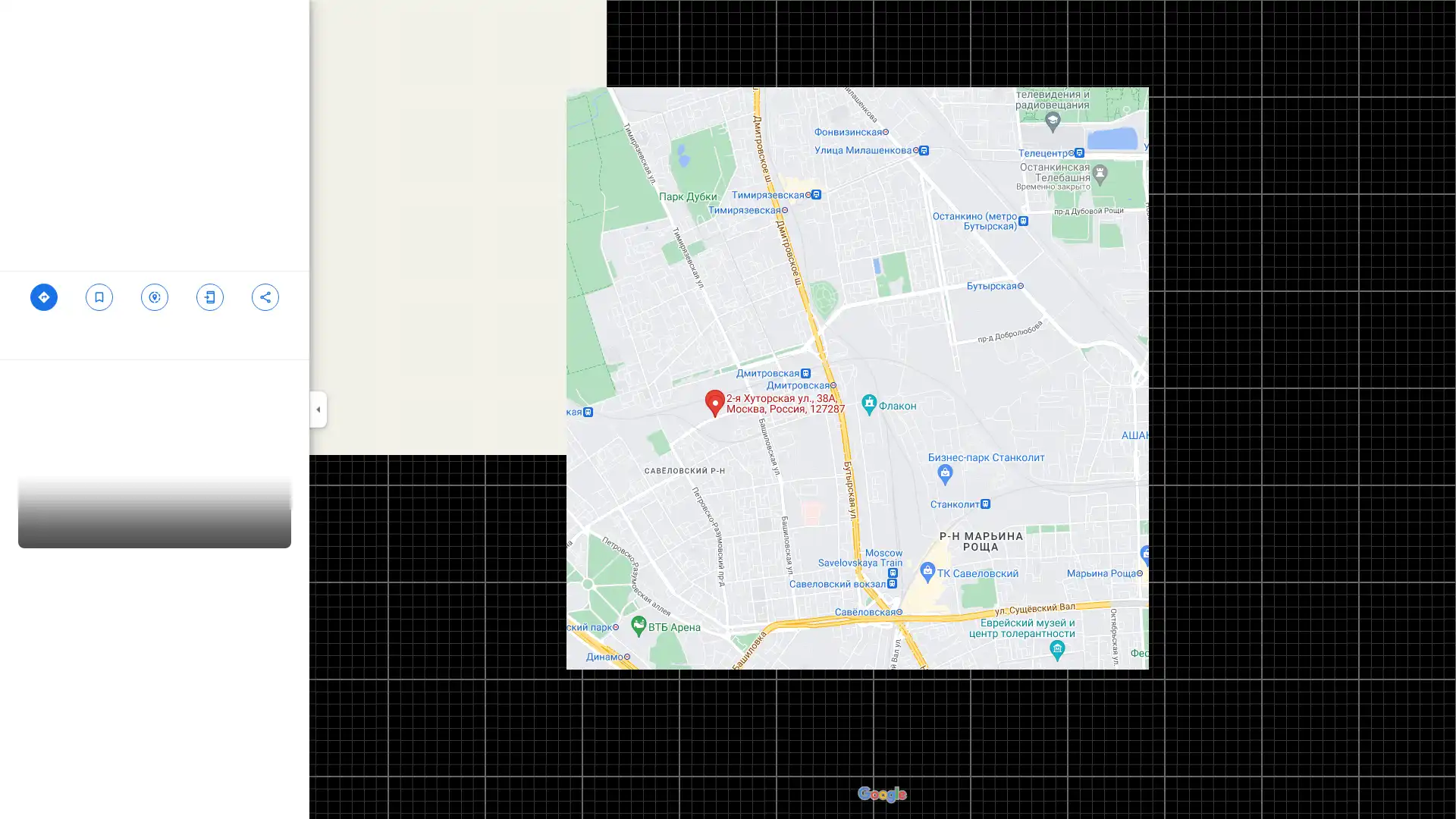 The width and height of the screenshot is (1456, 819). Describe the element at coordinates (249, 375) in the screenshot. I see `Plus Code` at that location.